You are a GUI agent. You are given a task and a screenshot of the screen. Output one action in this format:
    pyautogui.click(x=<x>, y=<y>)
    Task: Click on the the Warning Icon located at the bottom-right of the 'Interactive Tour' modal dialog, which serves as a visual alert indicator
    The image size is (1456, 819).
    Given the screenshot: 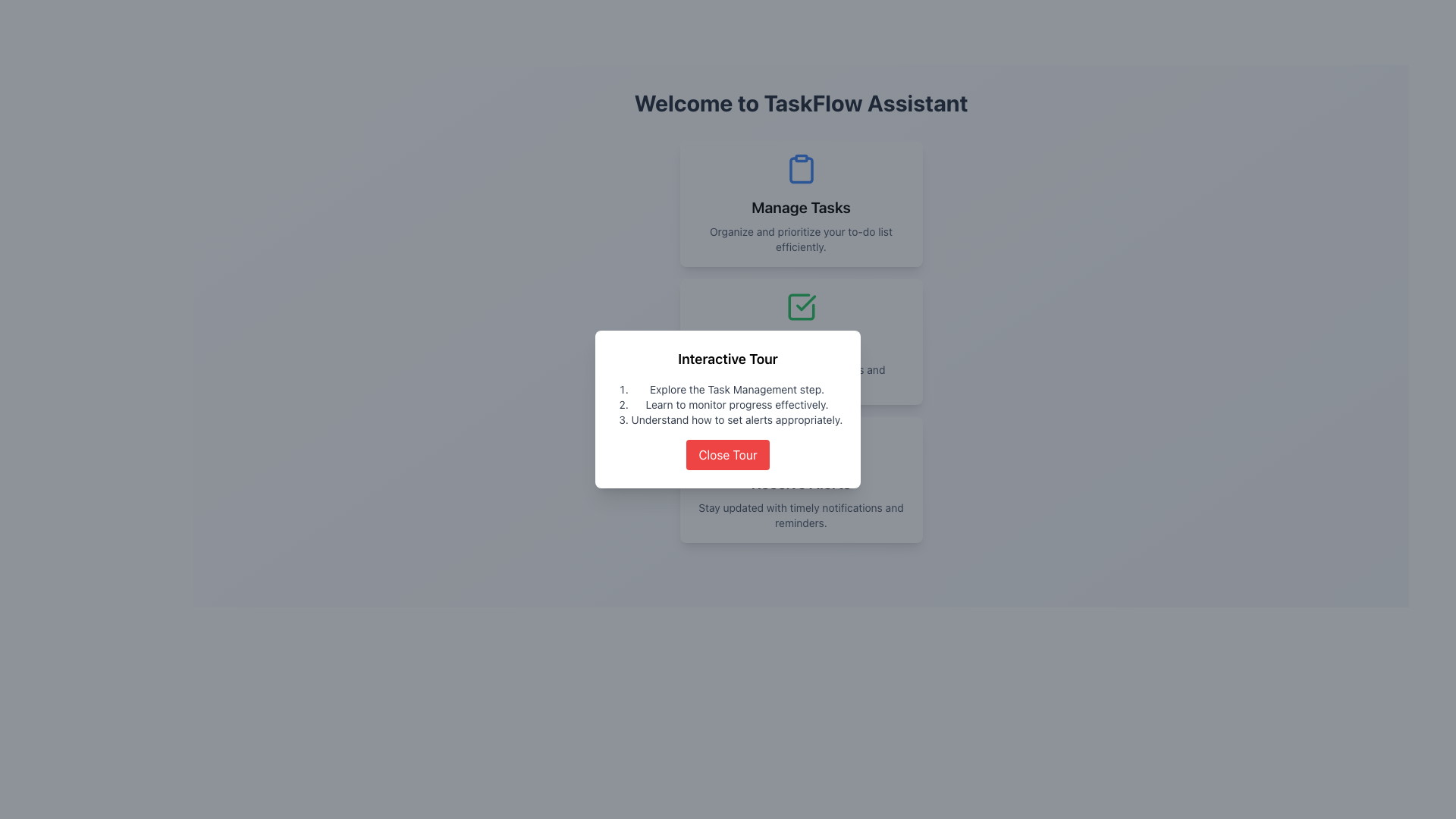 What is the action you would take?
    pyautogui.click(x=800, y=444)
    